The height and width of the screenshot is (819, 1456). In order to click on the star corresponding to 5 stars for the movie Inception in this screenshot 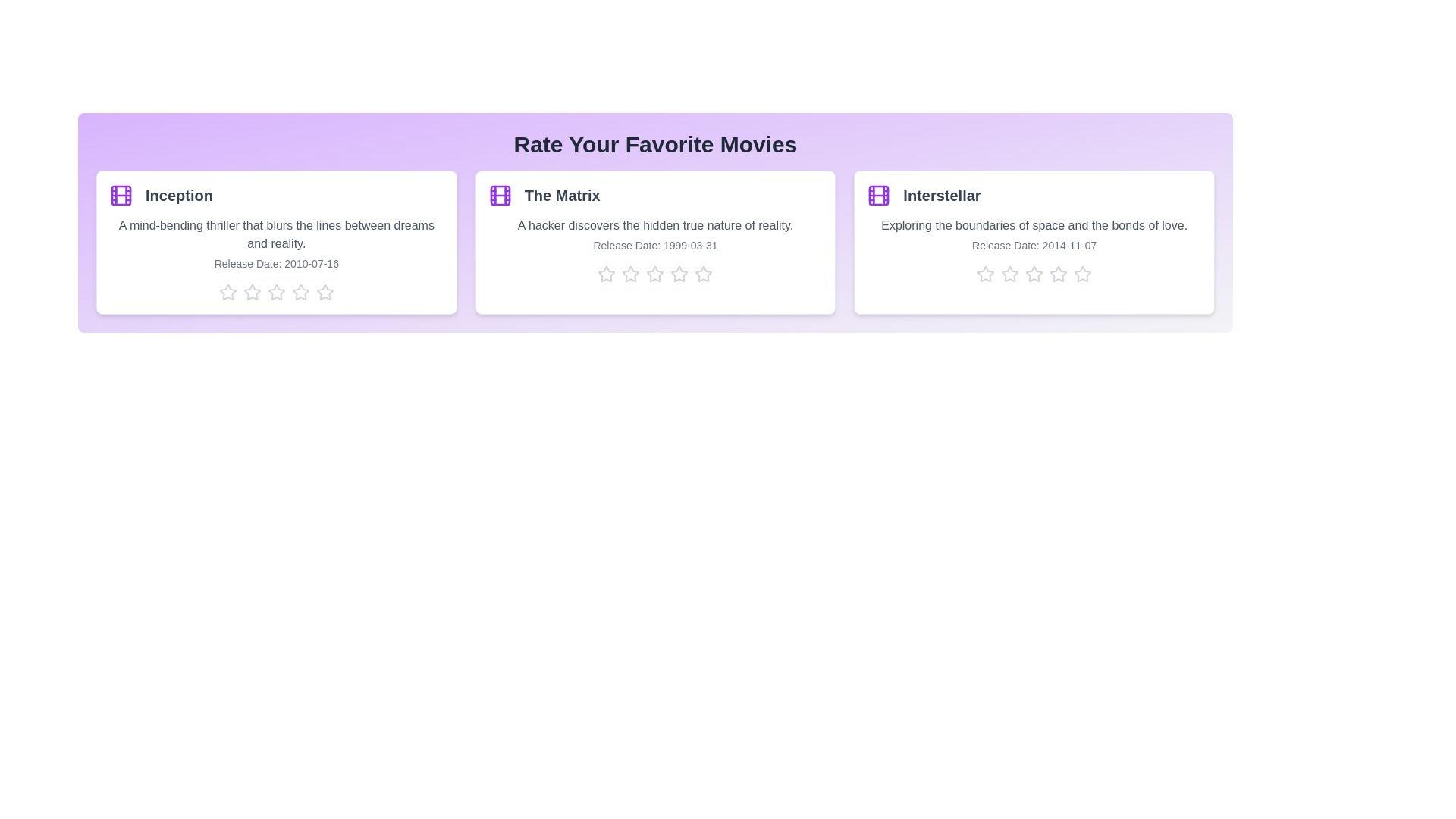, I will do `click(324, 292)`.